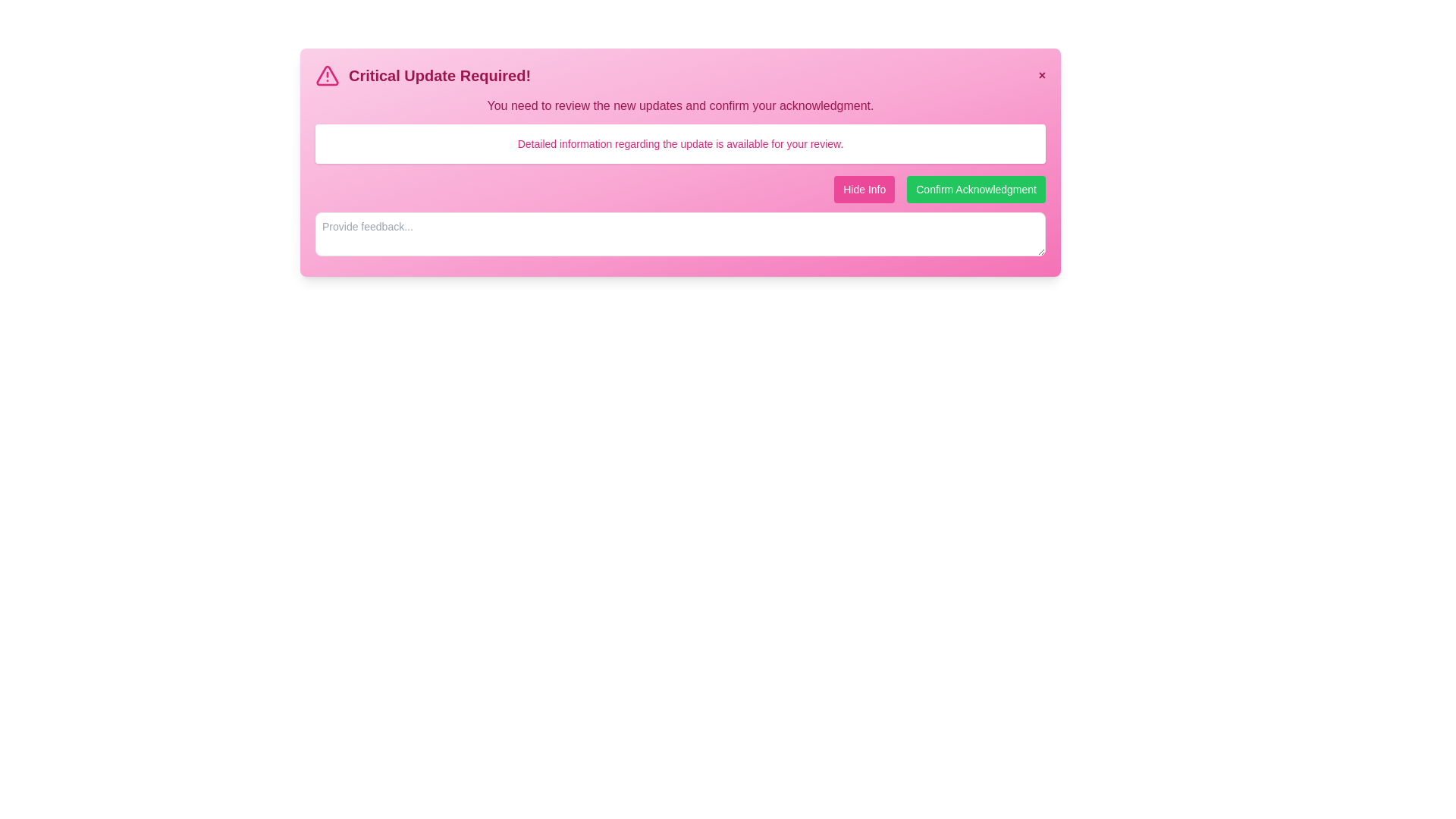  Describe the element at coordinates (976, 189) in the screenshot. I see `the 'Confirm Acknowledgment' button to confirm acknowledgment` at that location.